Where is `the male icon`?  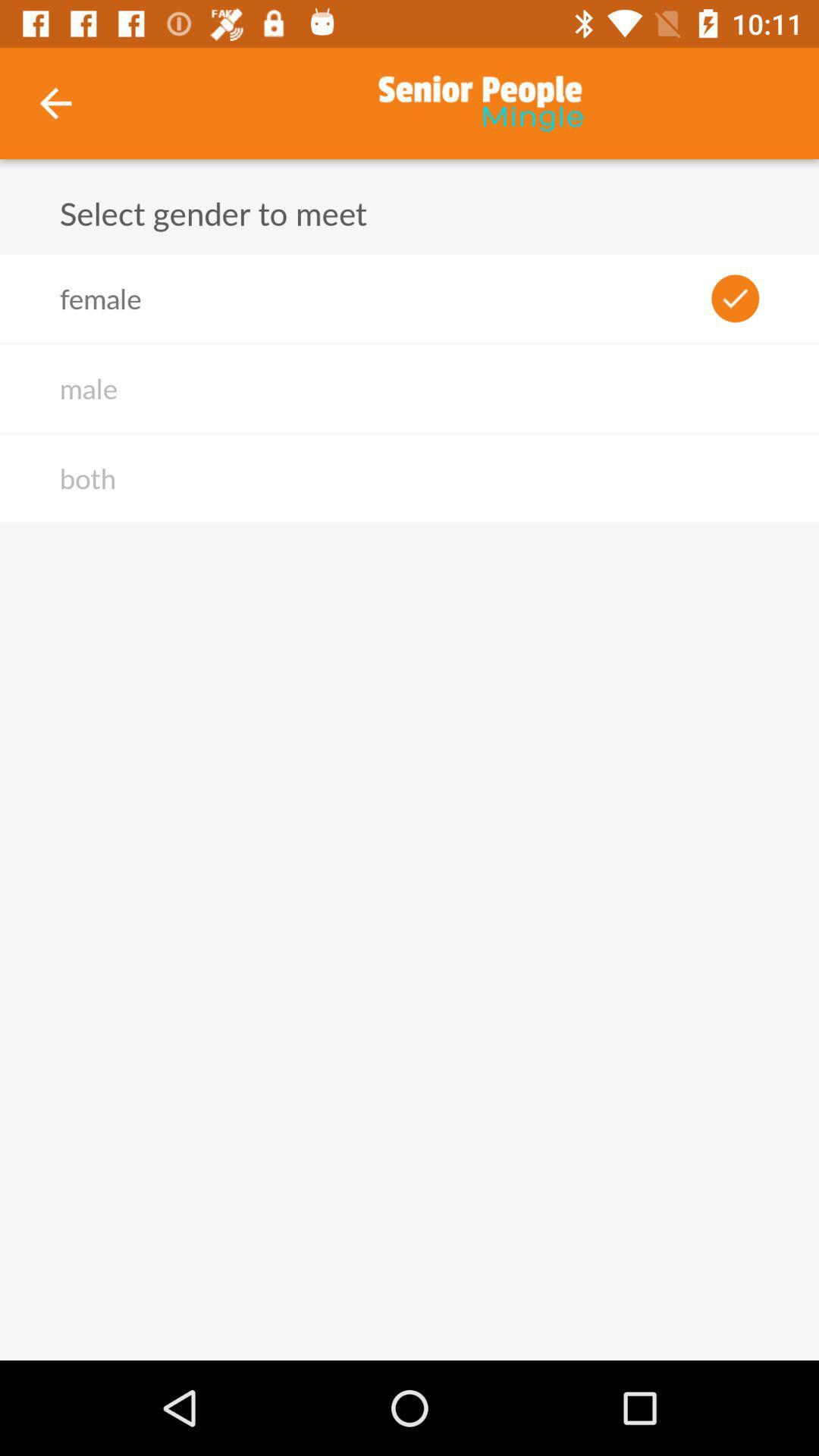 the male icon is located at coordinates (88, 388).